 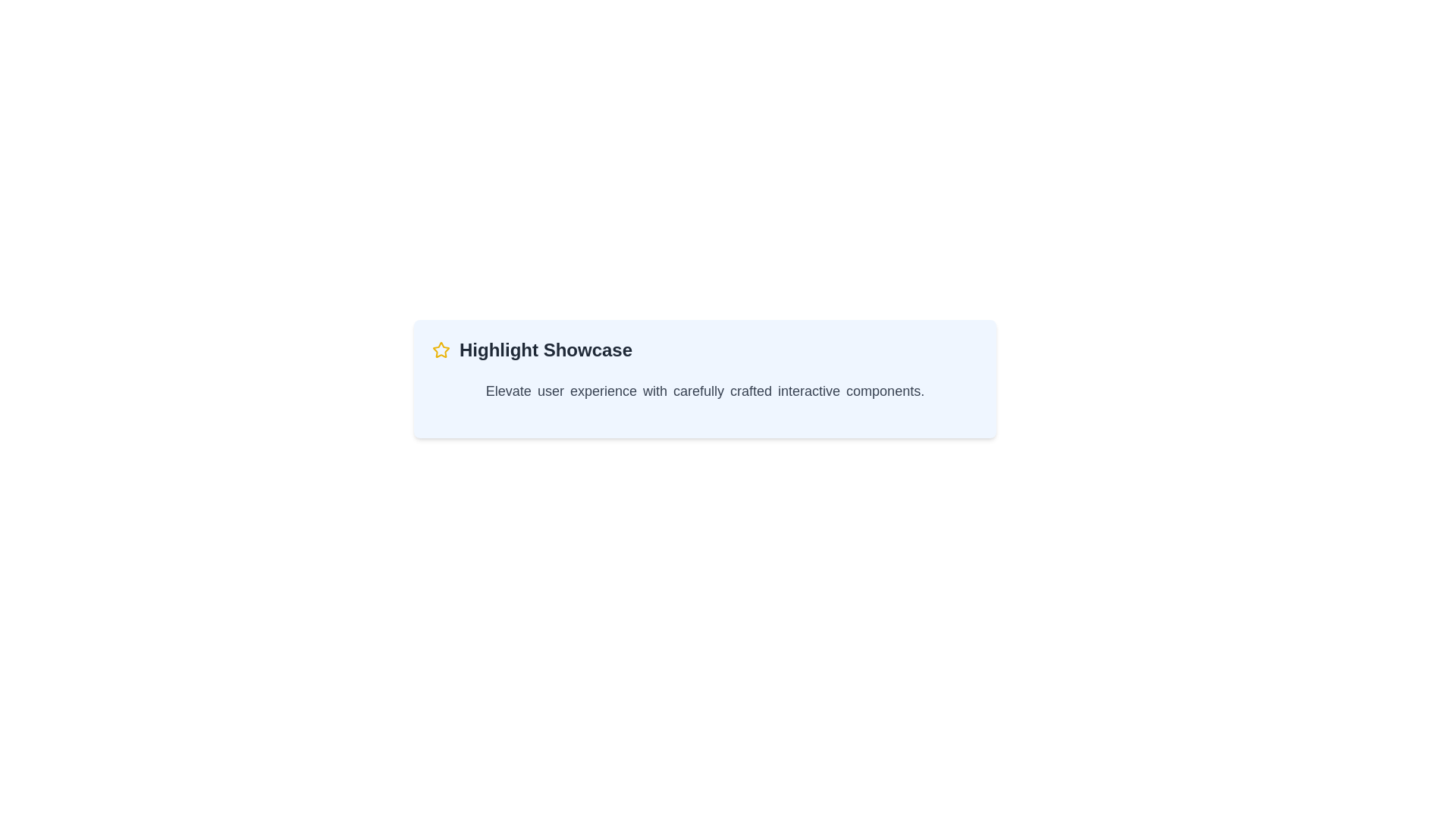 What do you see at coordinates (698, 391) in the screenshot?
I see `the static text element containing the word 'carefully', which has a green background hover effect and is the fifth word in the line 'Elevate user experience with carefully crafted interactive components.'` at bounding box center [698, 391].